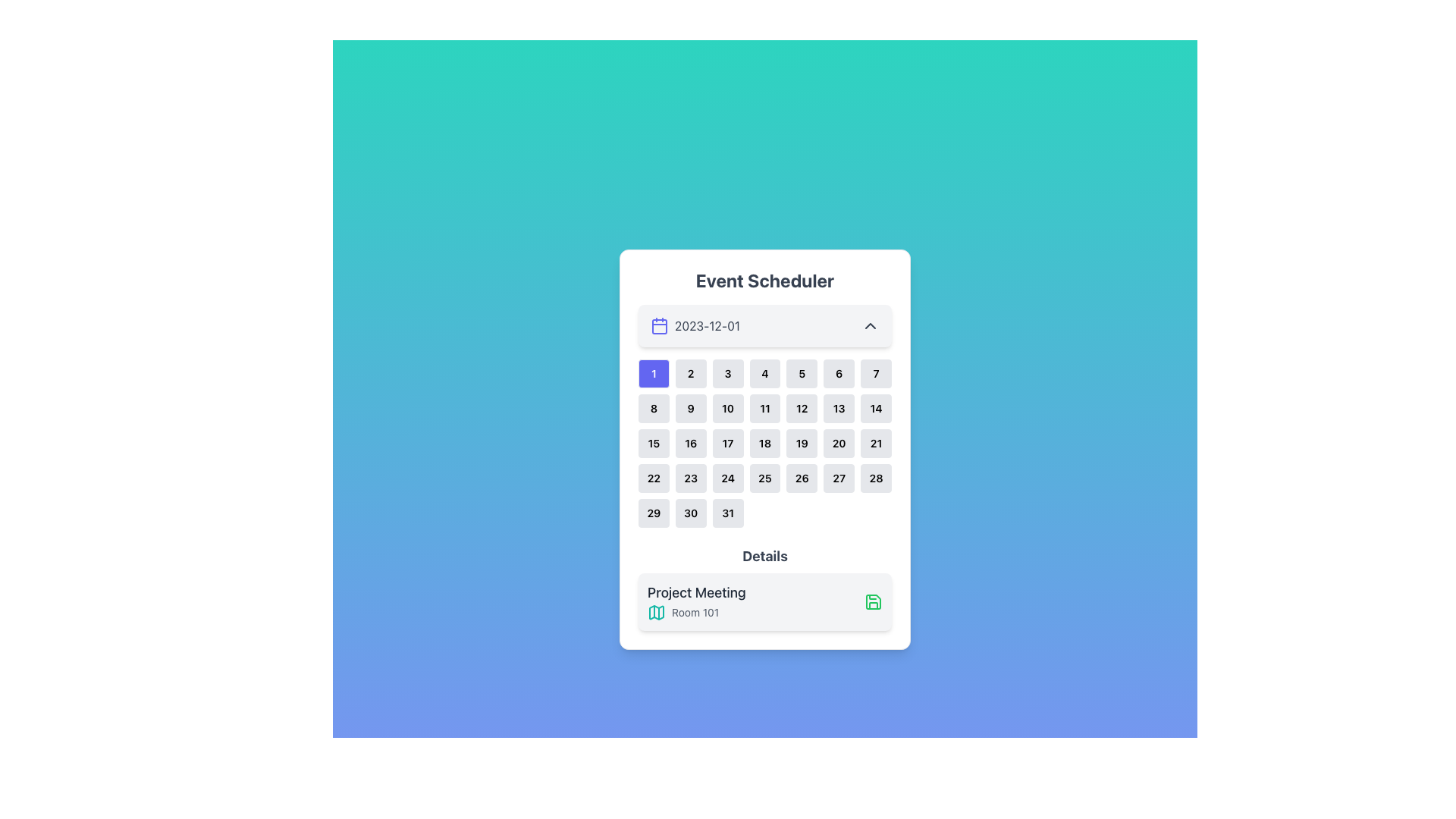  I want to click on the small rectangular button with the number '31' in bold black text, located in the bottom row, seventh column of the grid in the calendar component, so click(728, 513).